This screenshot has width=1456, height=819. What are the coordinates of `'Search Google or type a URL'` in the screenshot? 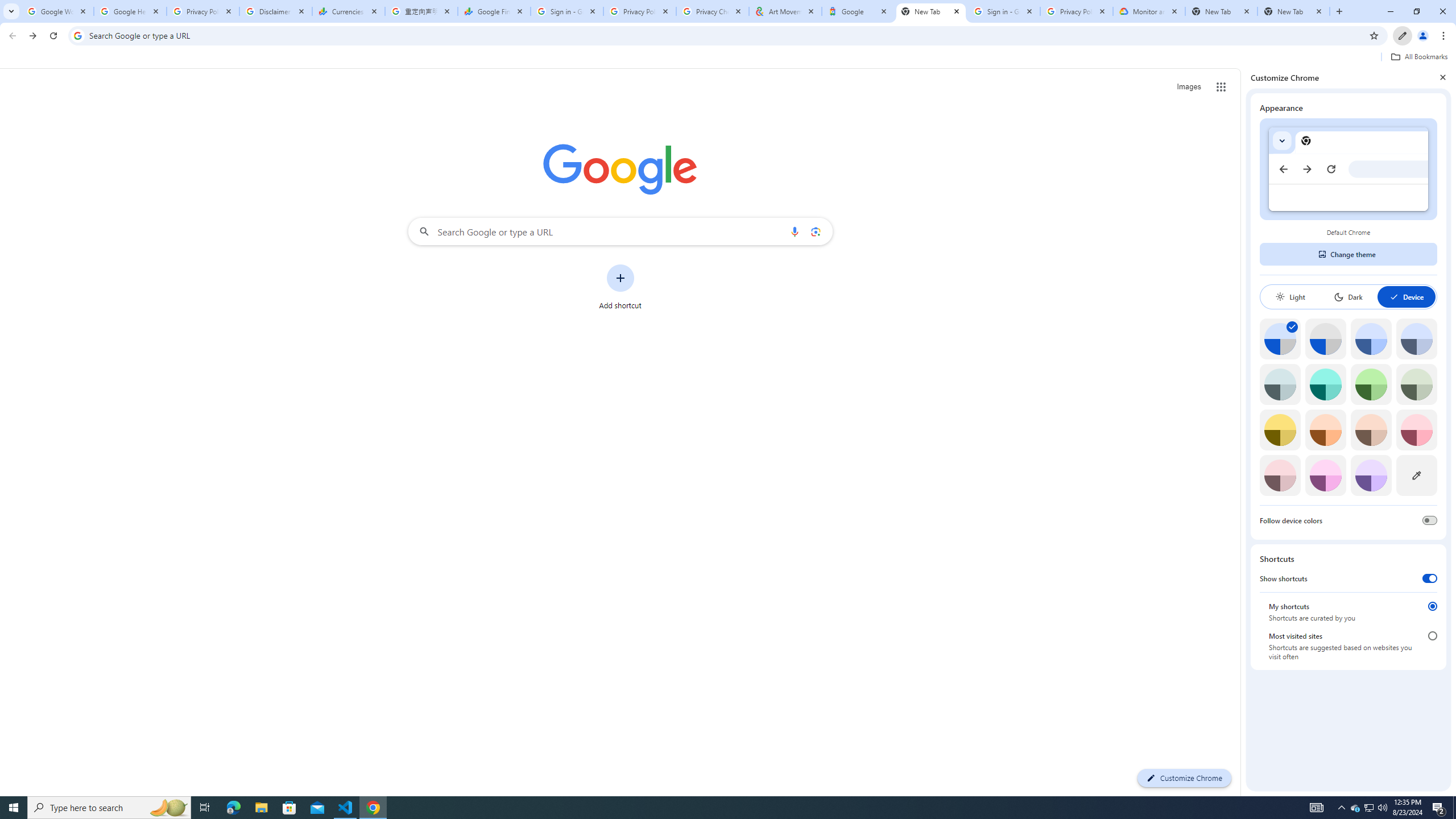 It's located at (619, 230).